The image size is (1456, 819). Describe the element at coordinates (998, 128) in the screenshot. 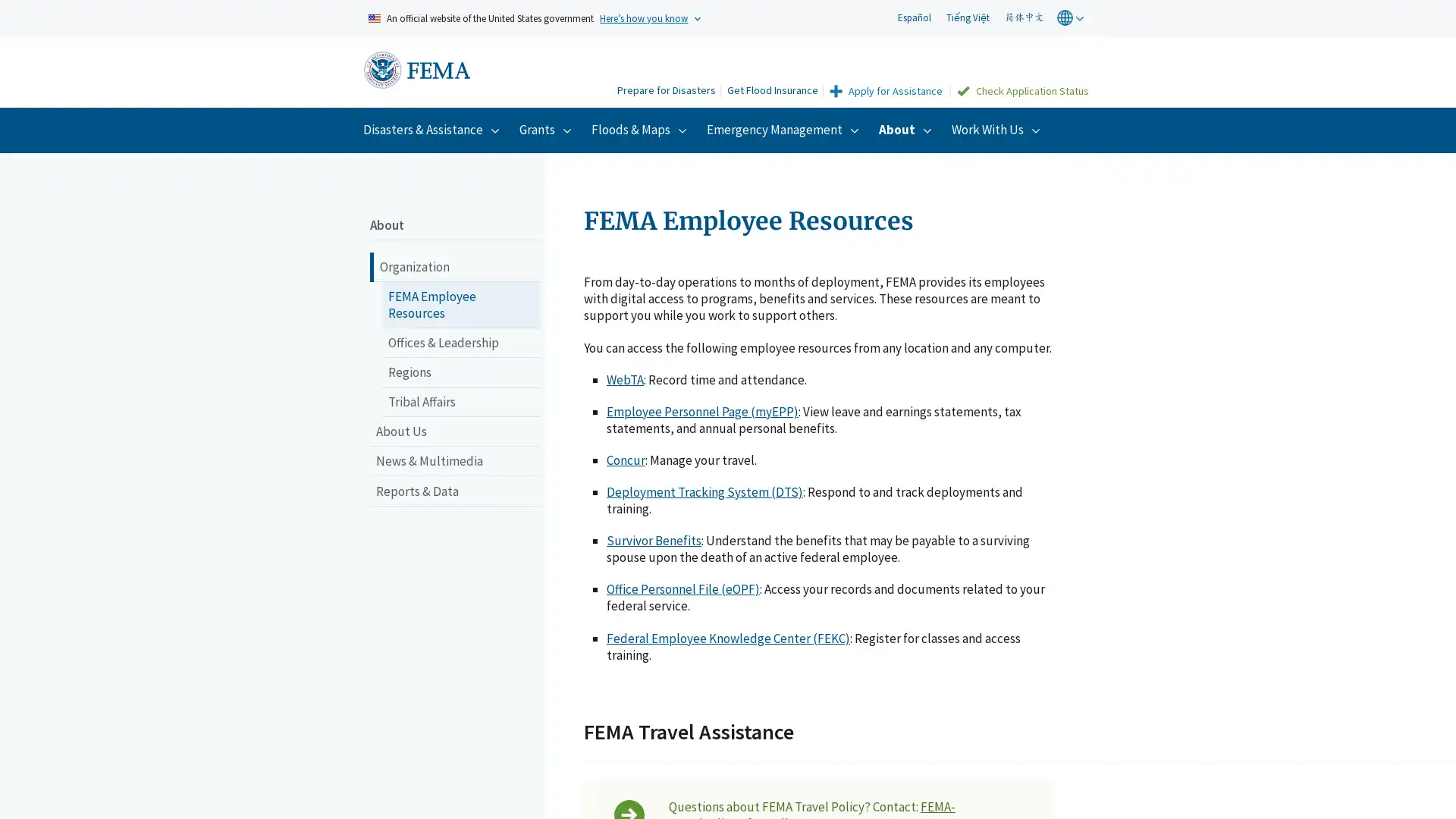

I see `Work With Us` at that location.